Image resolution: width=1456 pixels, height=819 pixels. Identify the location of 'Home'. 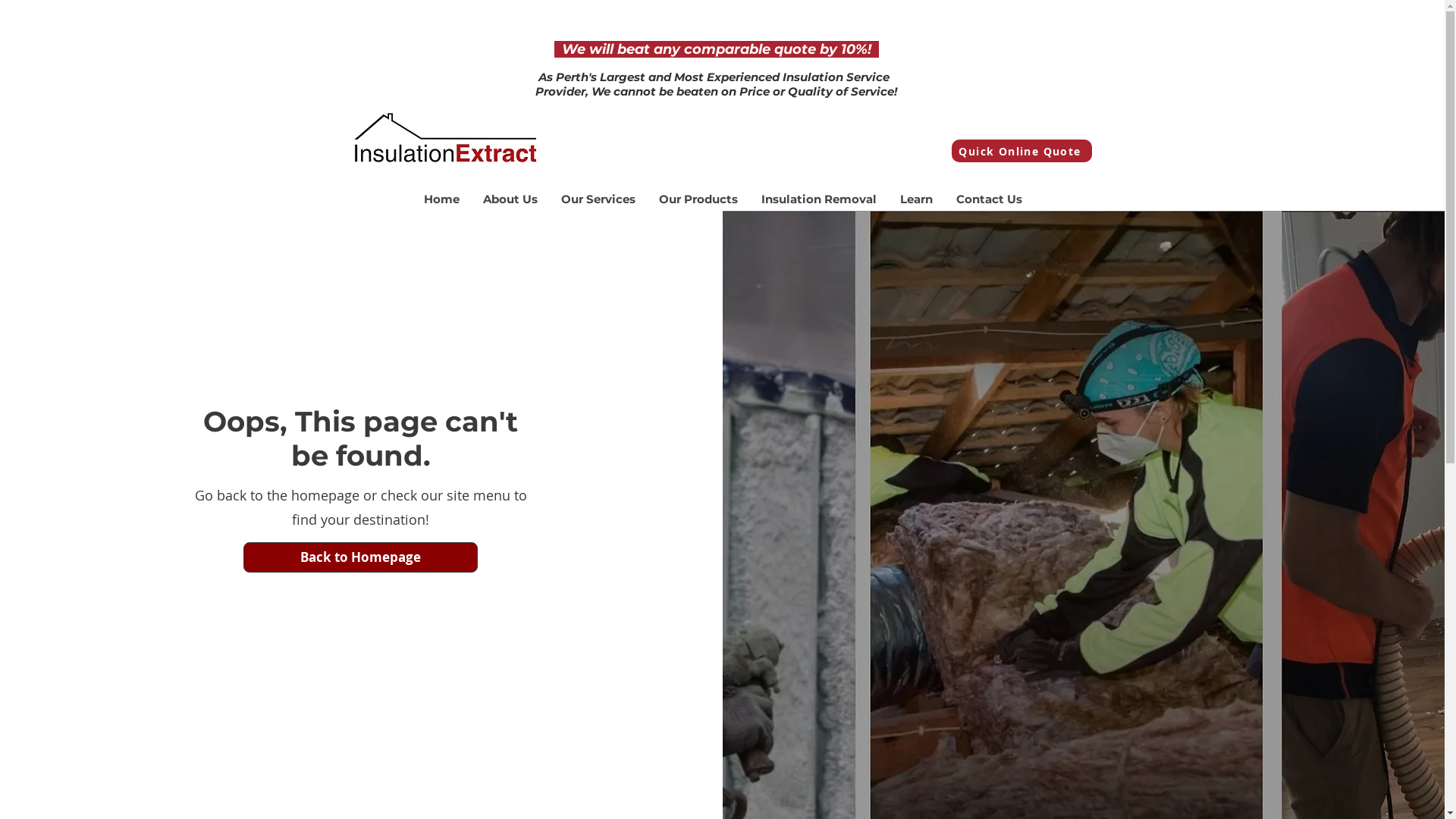
(411, 198).